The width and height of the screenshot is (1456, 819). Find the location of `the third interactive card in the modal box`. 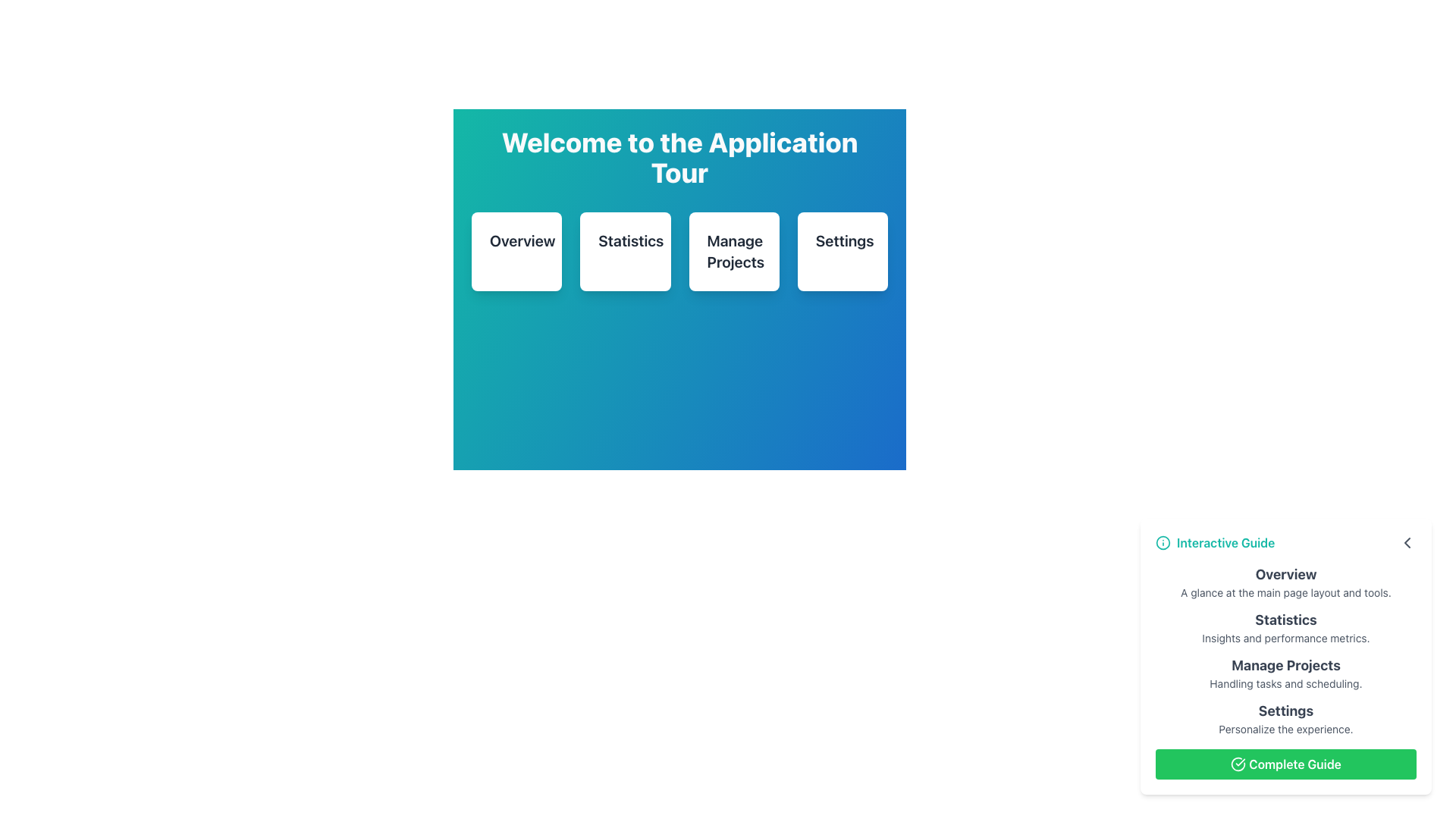

the third interactive card in the modal box is located at coordinates (679, 281).